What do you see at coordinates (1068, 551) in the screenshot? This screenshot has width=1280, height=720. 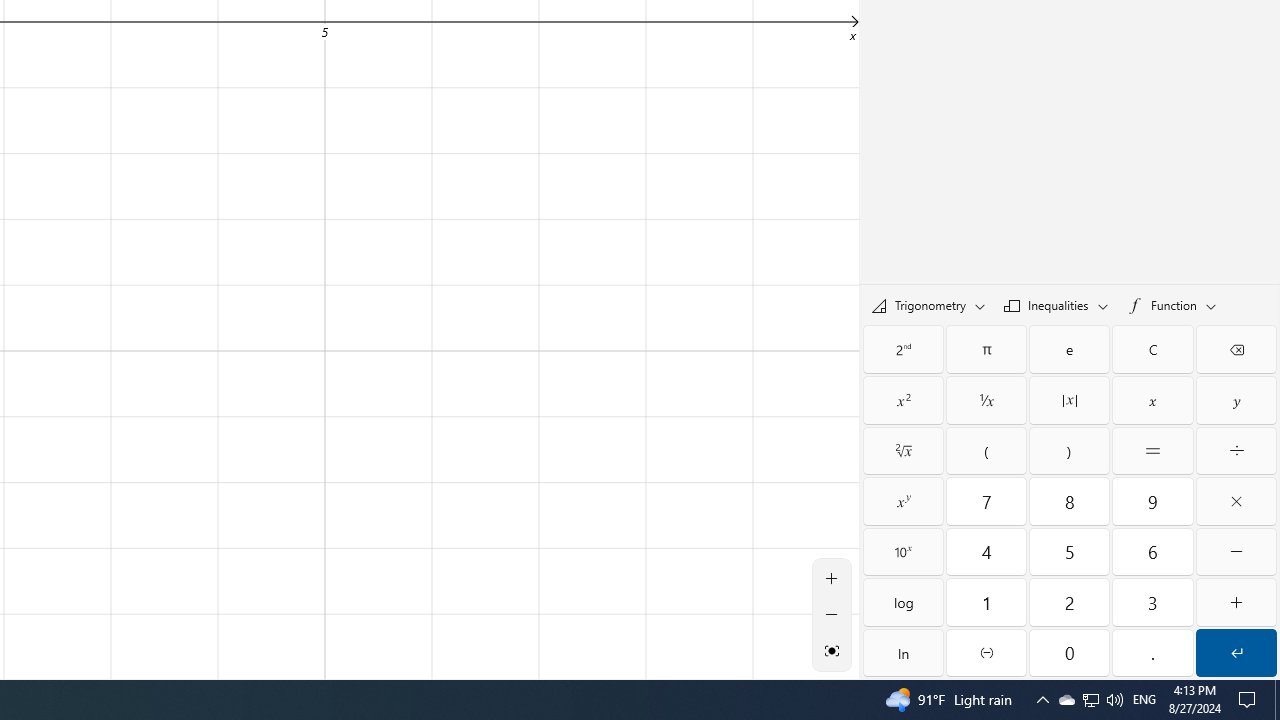 I see `'Five'` at bounding box center [1068, 551].